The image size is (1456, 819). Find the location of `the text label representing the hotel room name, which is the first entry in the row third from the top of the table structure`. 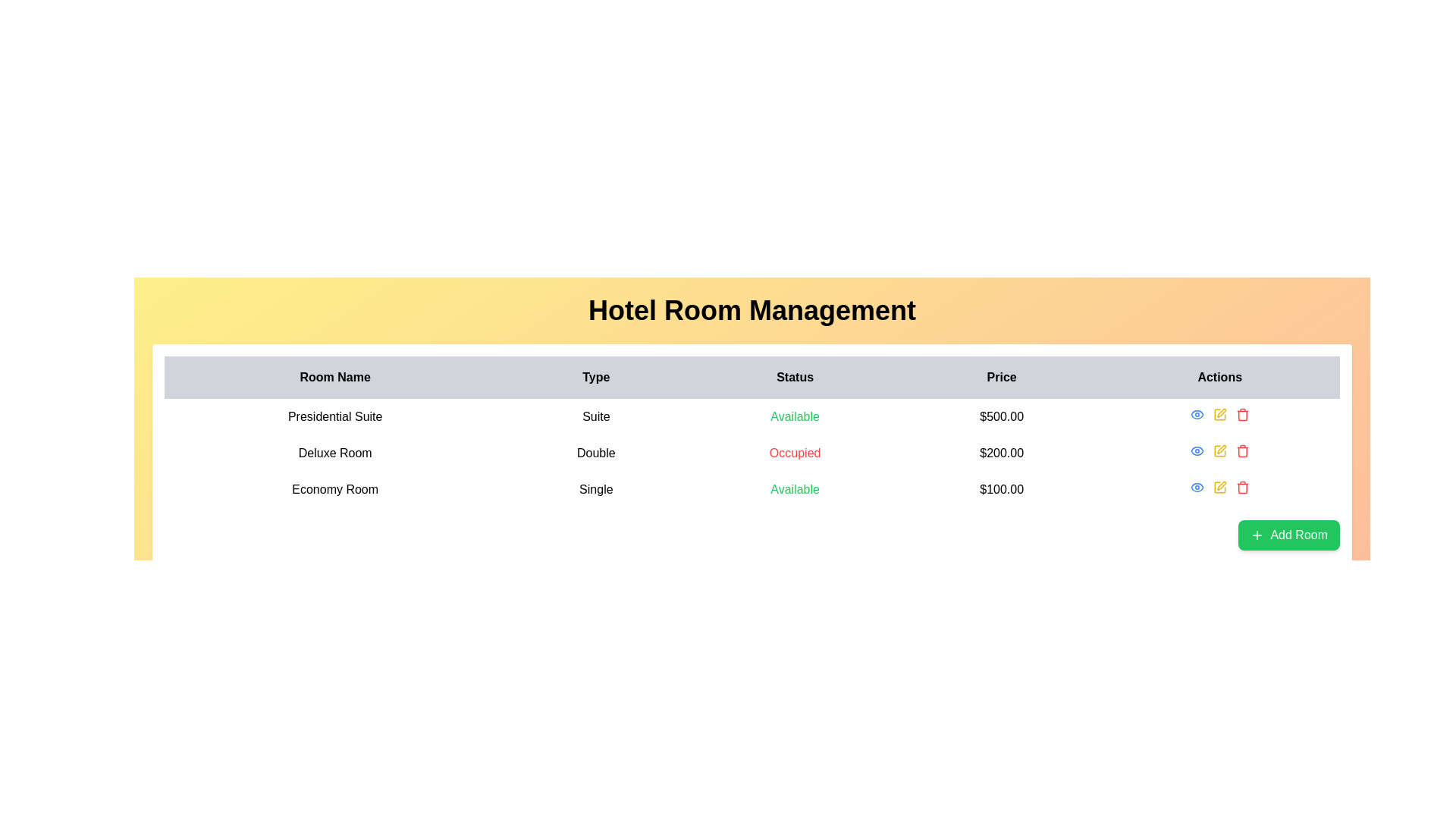

the text label representing the hotel room name, which is the first entry in the row third from the top of the table structure is located at coordinates (334, 489).